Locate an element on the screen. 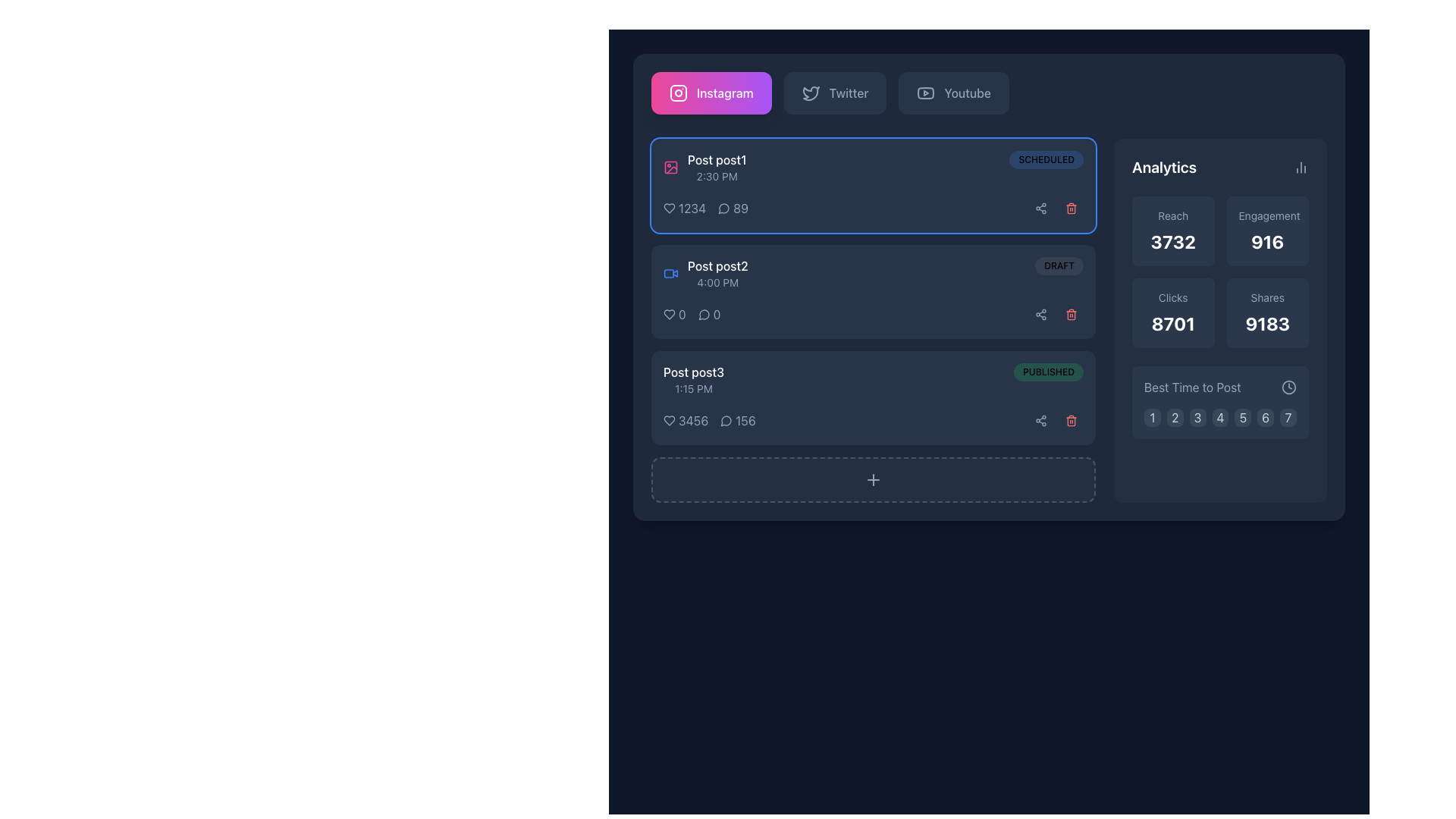 This screenshot has height=819, width=1456. the Twitter button, which is located in the navigation bar is located at coordinates (848, 93).